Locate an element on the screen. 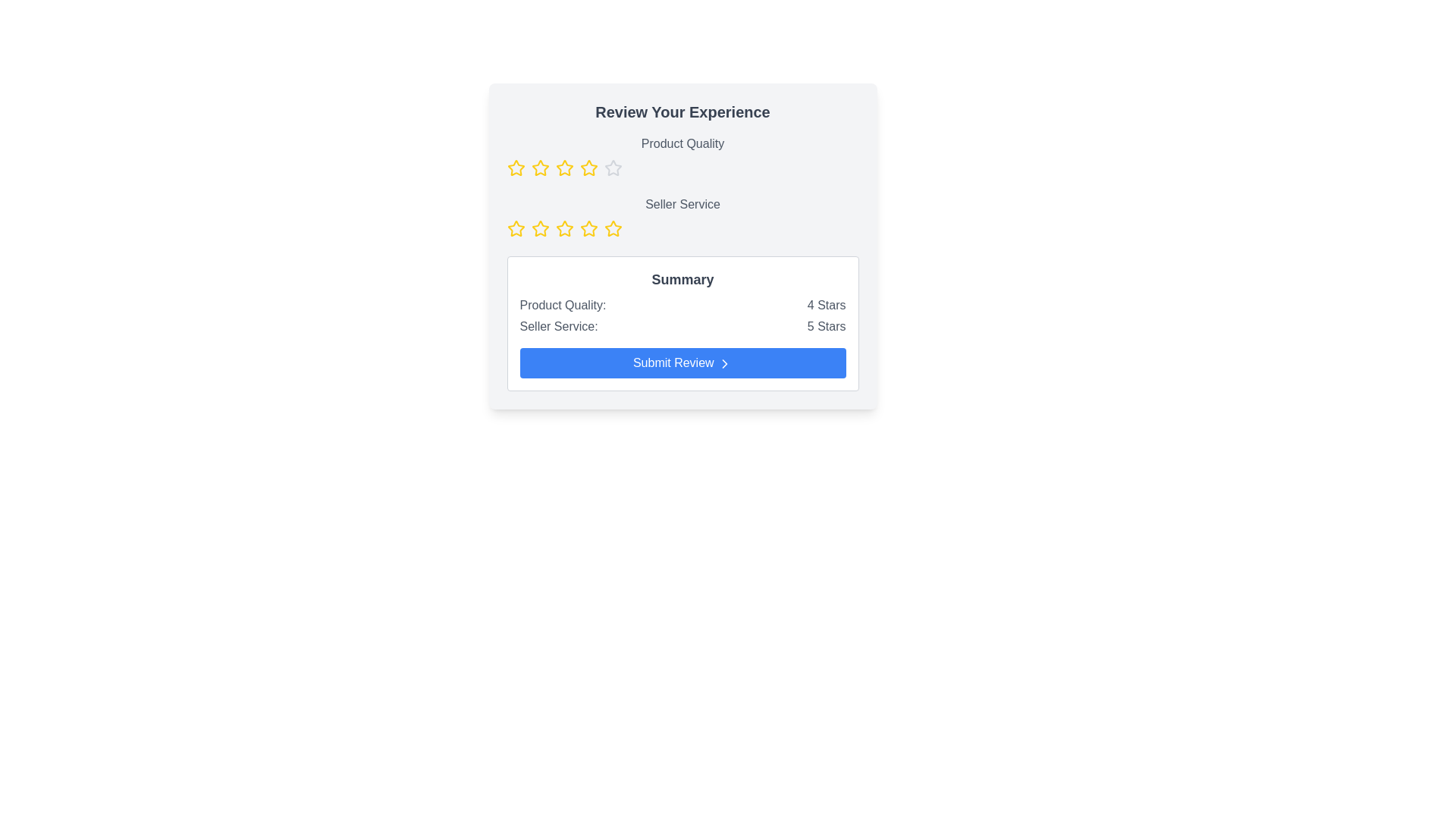  the fourth star in the second row of the rating system under the 'Seller Service' label is located at coordinates (563, 228).